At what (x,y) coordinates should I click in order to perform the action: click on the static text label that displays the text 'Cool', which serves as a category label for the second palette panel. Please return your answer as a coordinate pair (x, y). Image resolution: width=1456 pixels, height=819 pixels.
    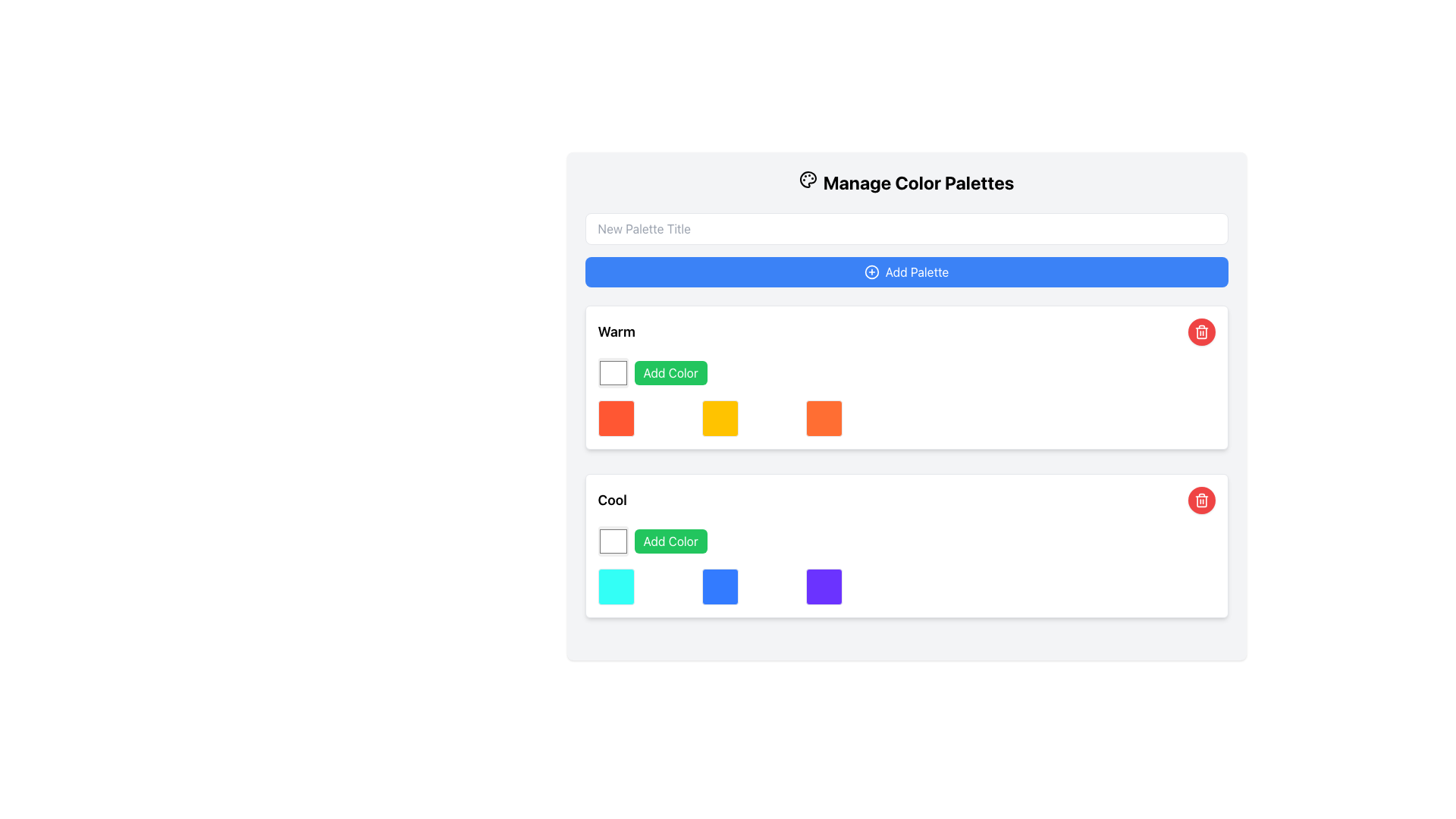
    Looking at the image, I should click on (612, 500).